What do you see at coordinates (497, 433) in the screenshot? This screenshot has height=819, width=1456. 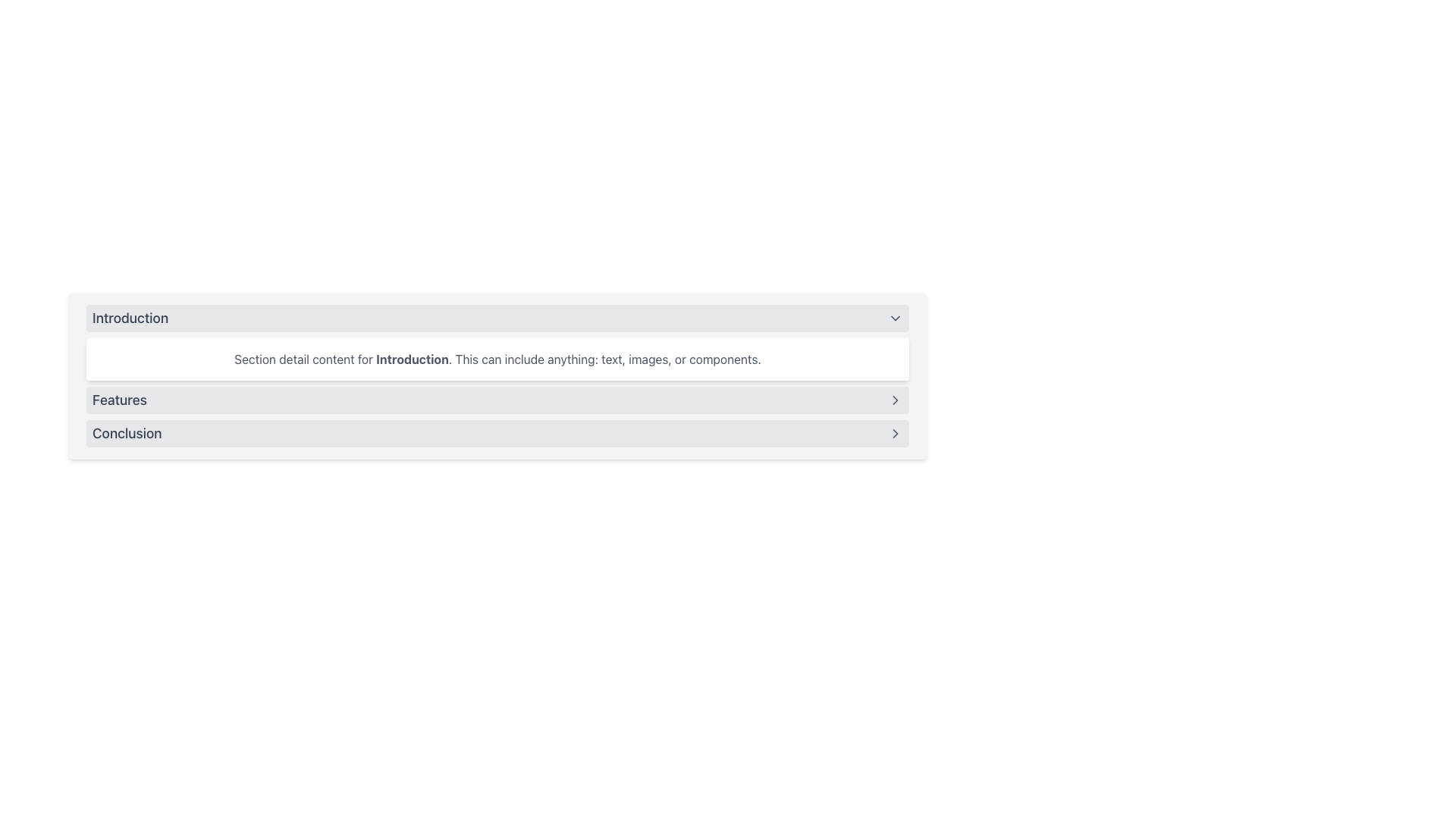 I see `the navigational button labeled 'Conclusion' located below the 'Features' item in the panel` at bounding box center [497, 433].